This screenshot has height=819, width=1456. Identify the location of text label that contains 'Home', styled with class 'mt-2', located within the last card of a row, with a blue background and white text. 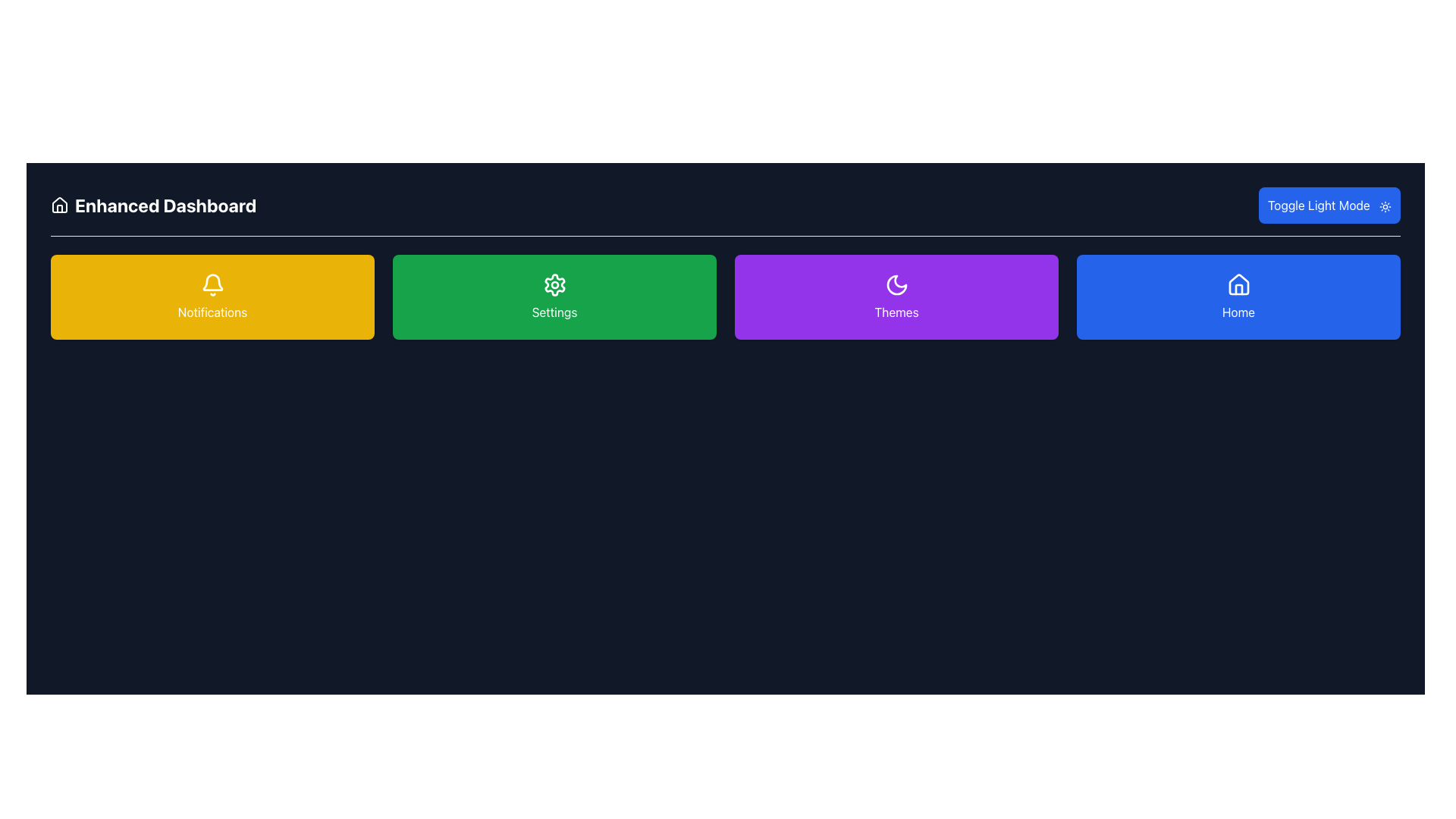
(1238, 312).